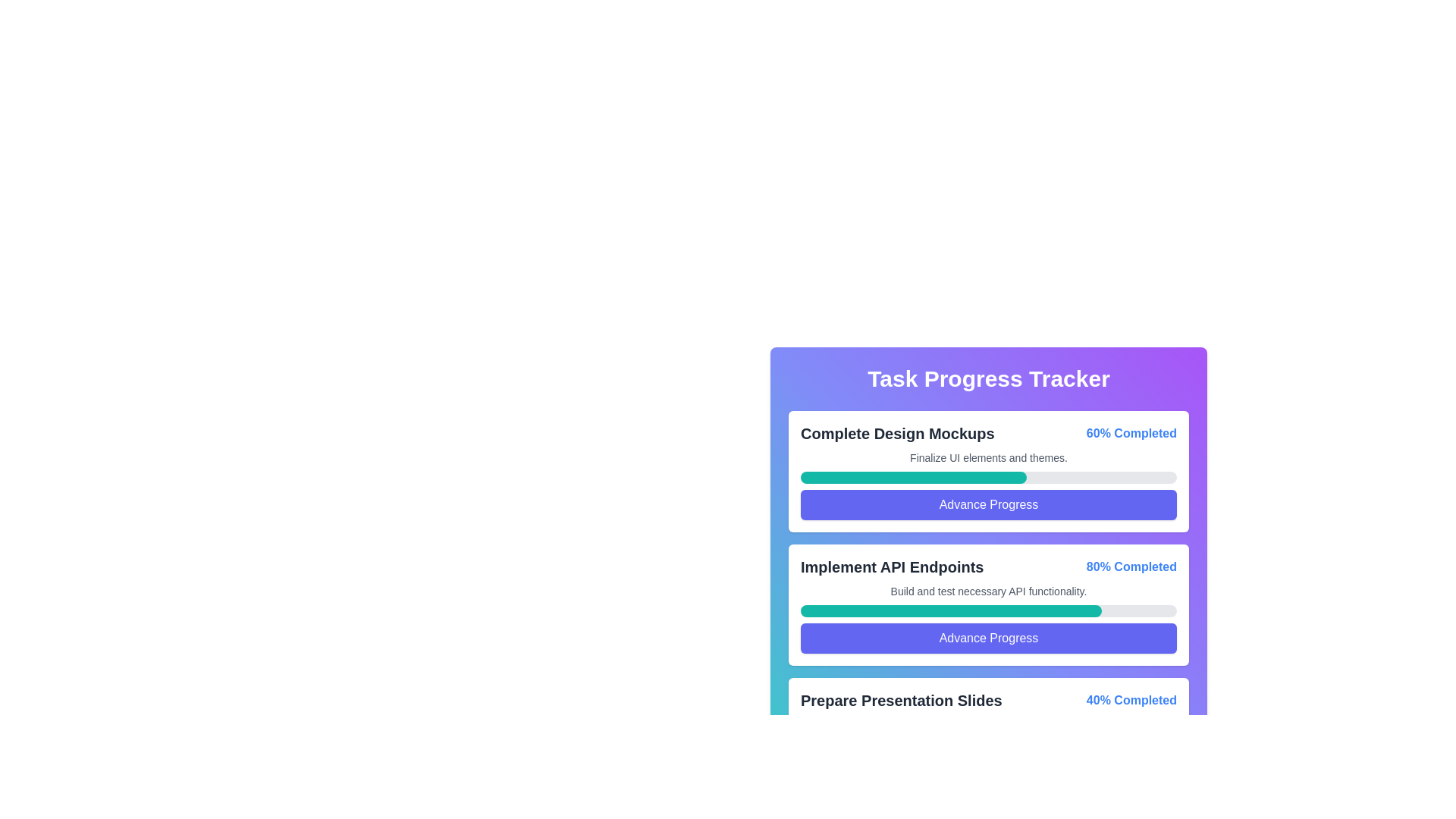 The width and height of the screenshot is (1456, 819). What do you see at coordinates (1131, 701) in the screenshot?
I see `the static text indicating the completion percentage for the task 'Prepare Presentation Slides', located at the bottom-right of the task list` at bounding box center [1131, 701].